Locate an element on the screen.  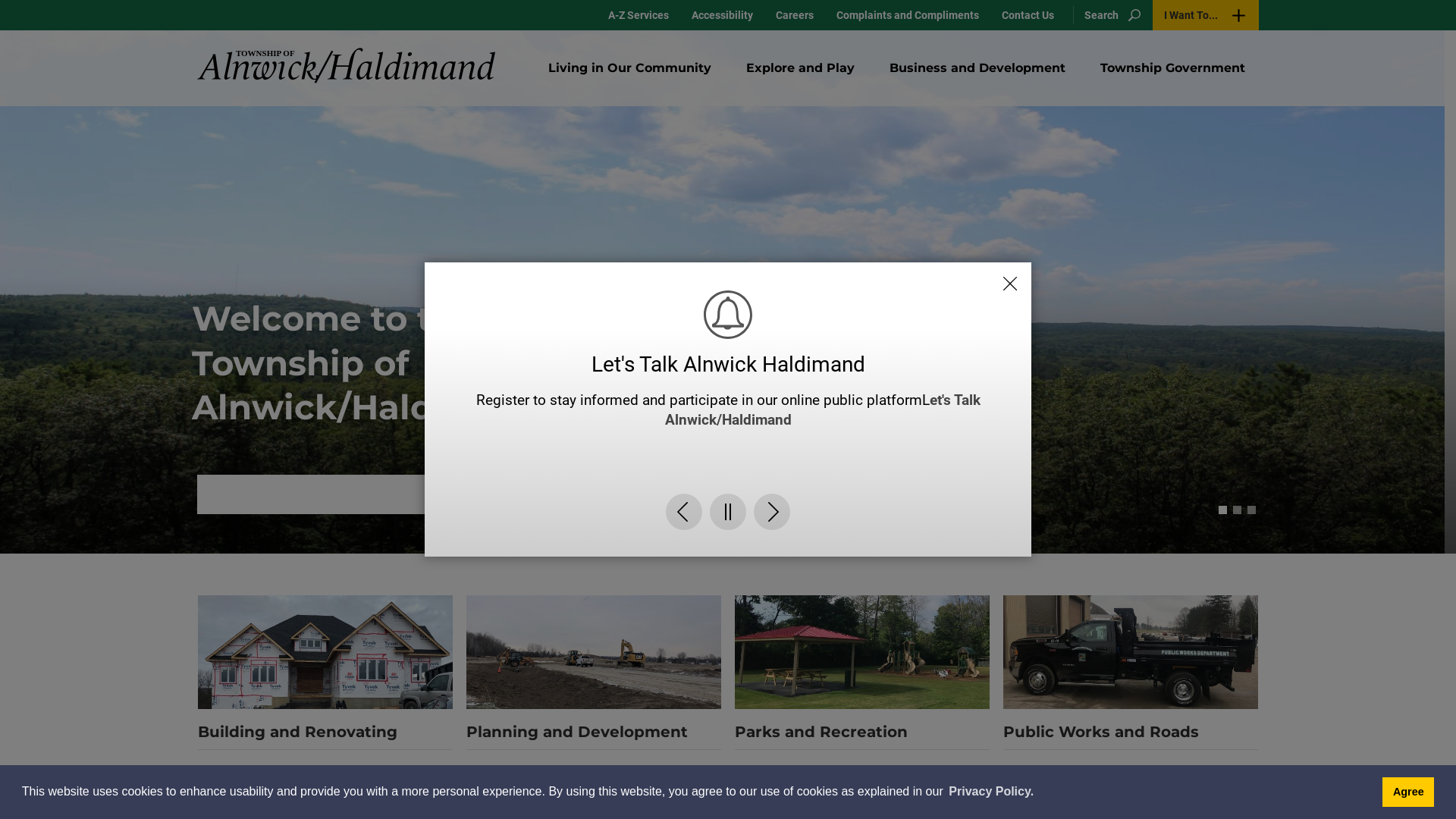
'Township Government' is located at coordinates (1172, 67).